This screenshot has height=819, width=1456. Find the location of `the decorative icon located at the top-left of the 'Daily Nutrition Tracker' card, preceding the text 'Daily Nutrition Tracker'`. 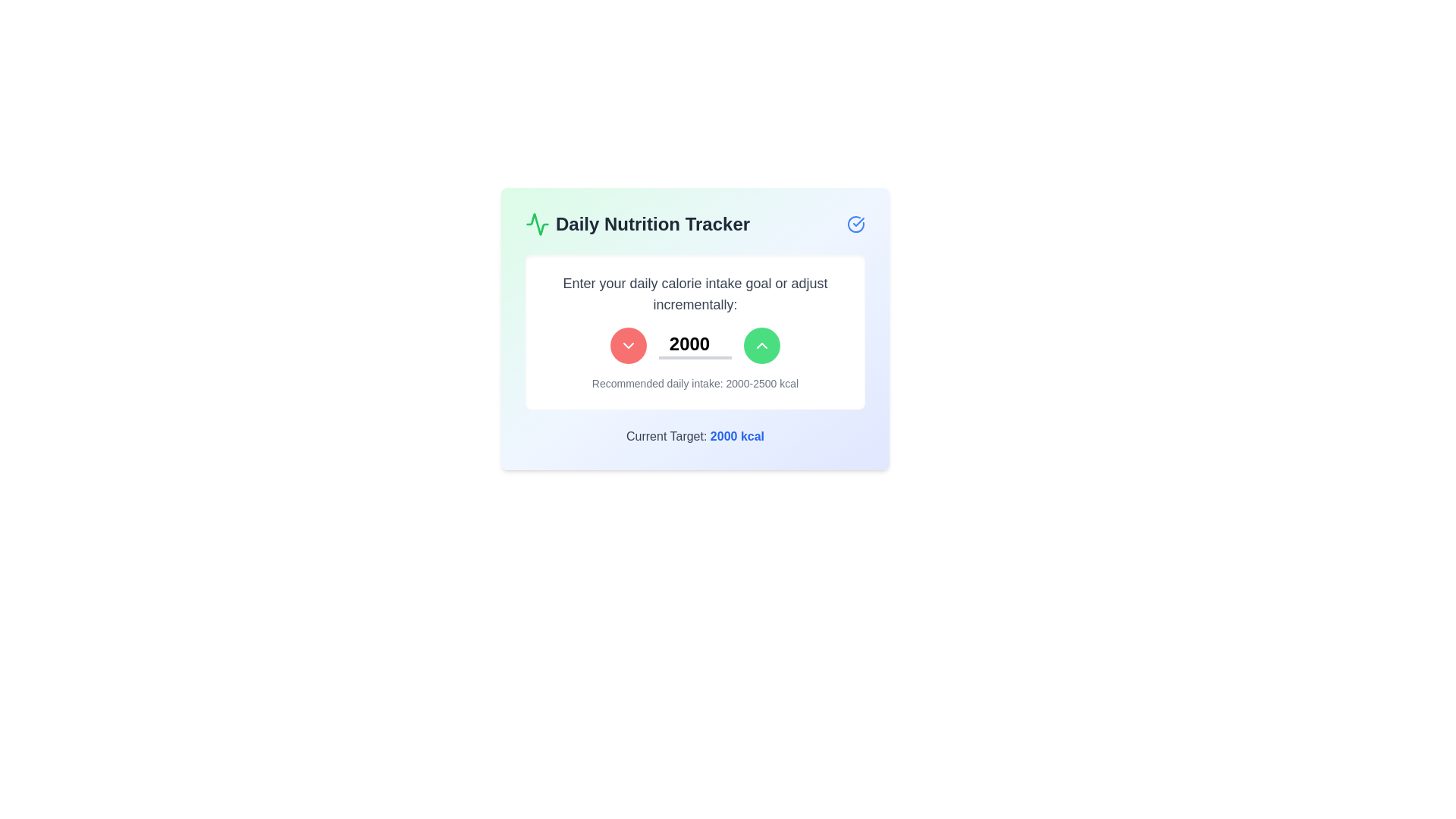

the decorative icon located at the top-left of the 'Daily Nutrition Tracker' card, preceding the text 'Daily Nutrition Tracker' is located at coordinates (538, 224).